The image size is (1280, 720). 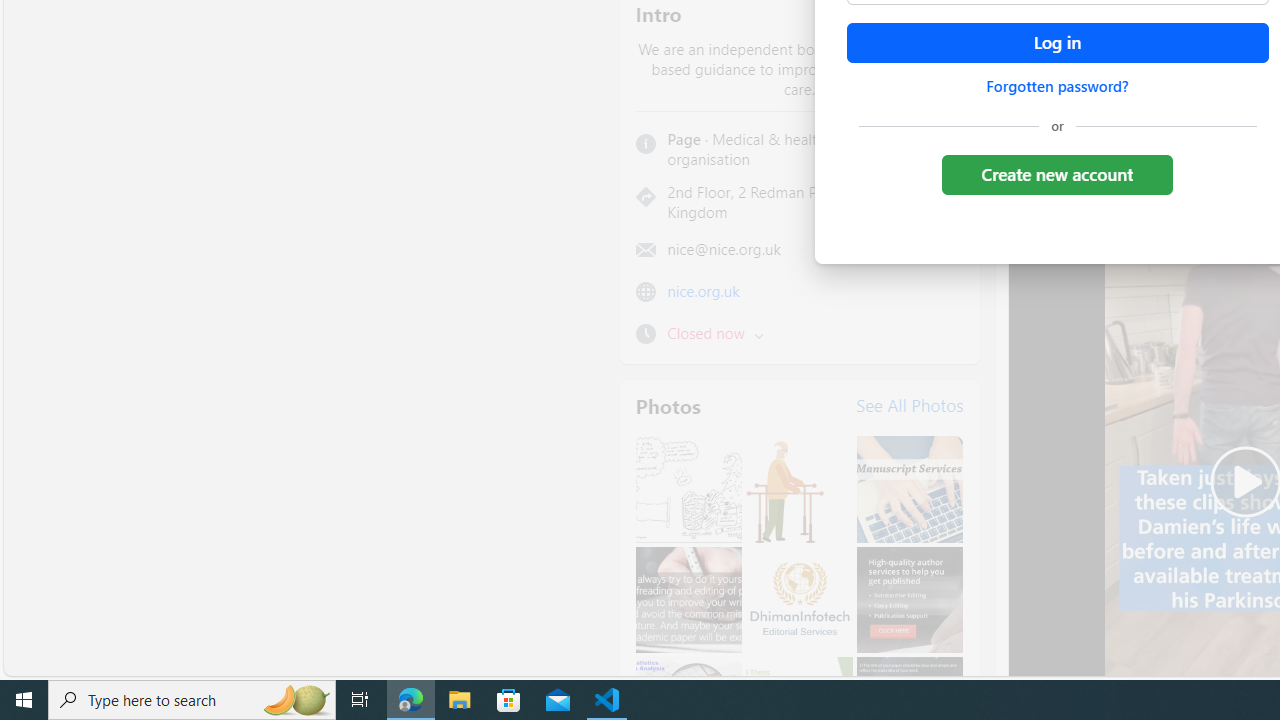 I want to click on 'Create new account', so click(x=1056, y=173).